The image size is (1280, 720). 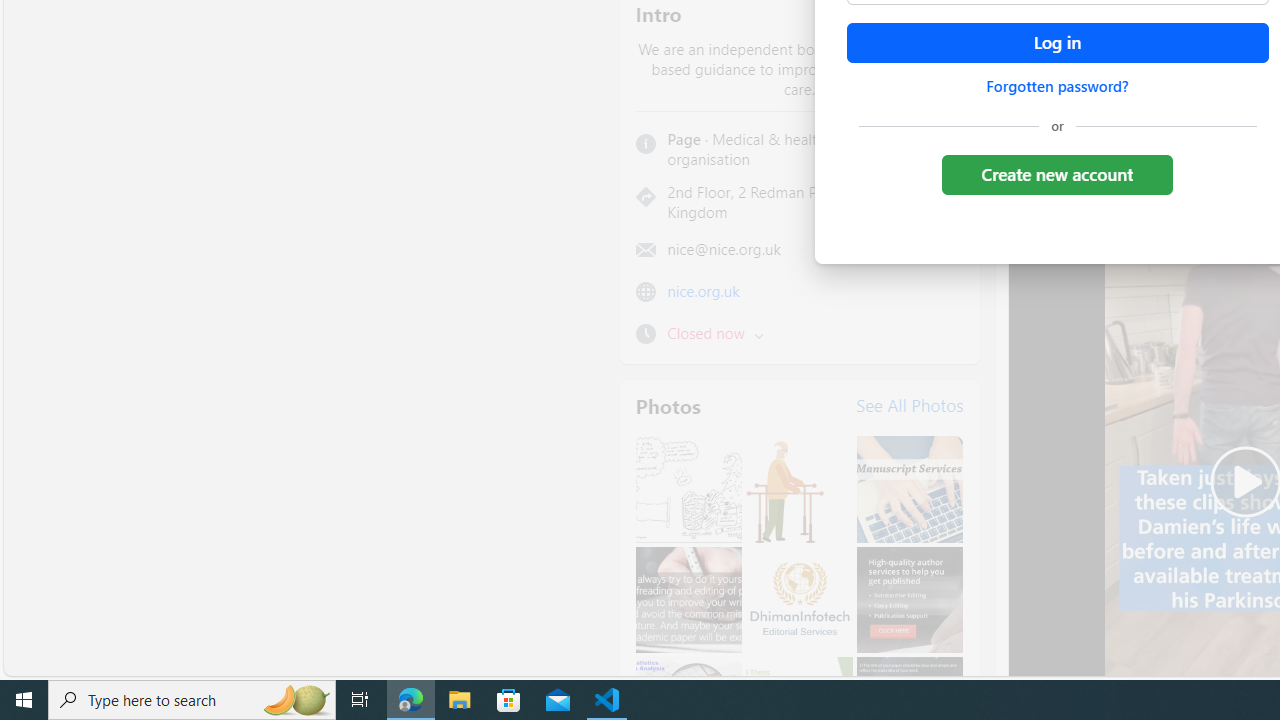 I want to click on 'Create new account', so click(x=1056, y=173).